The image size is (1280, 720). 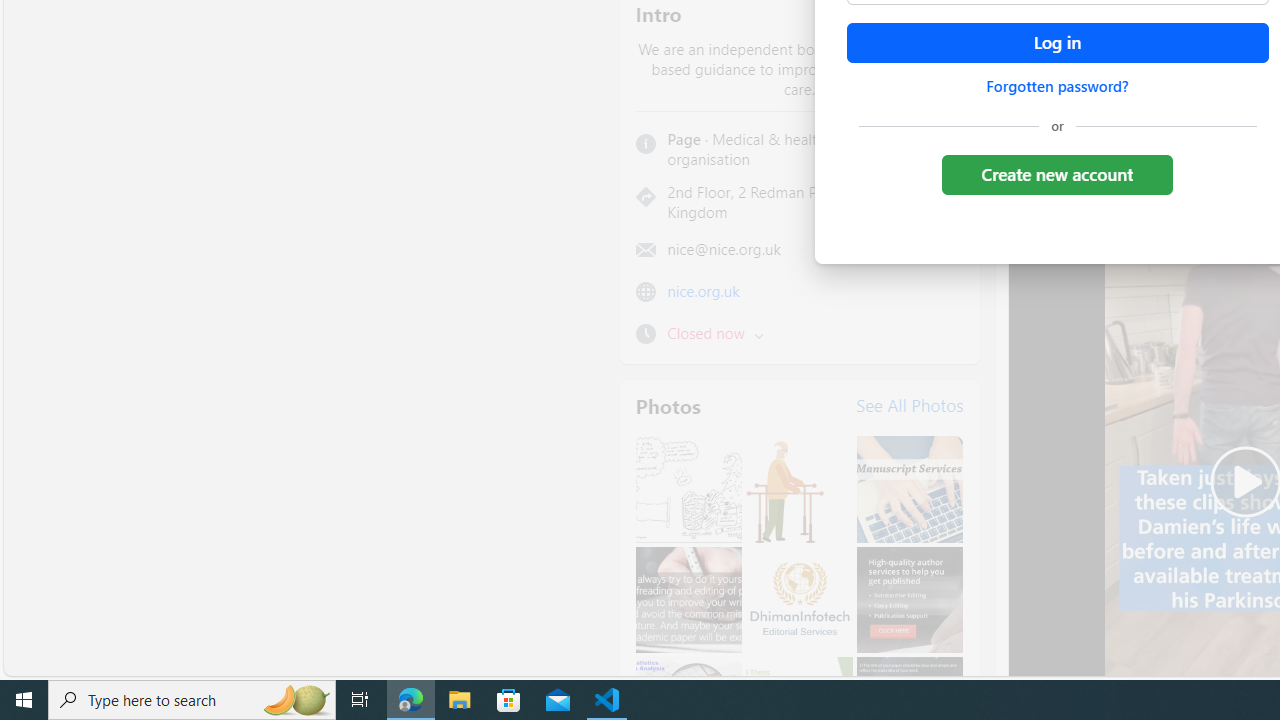 I want to click on 'Create new account', so click(x=1056, y=173).